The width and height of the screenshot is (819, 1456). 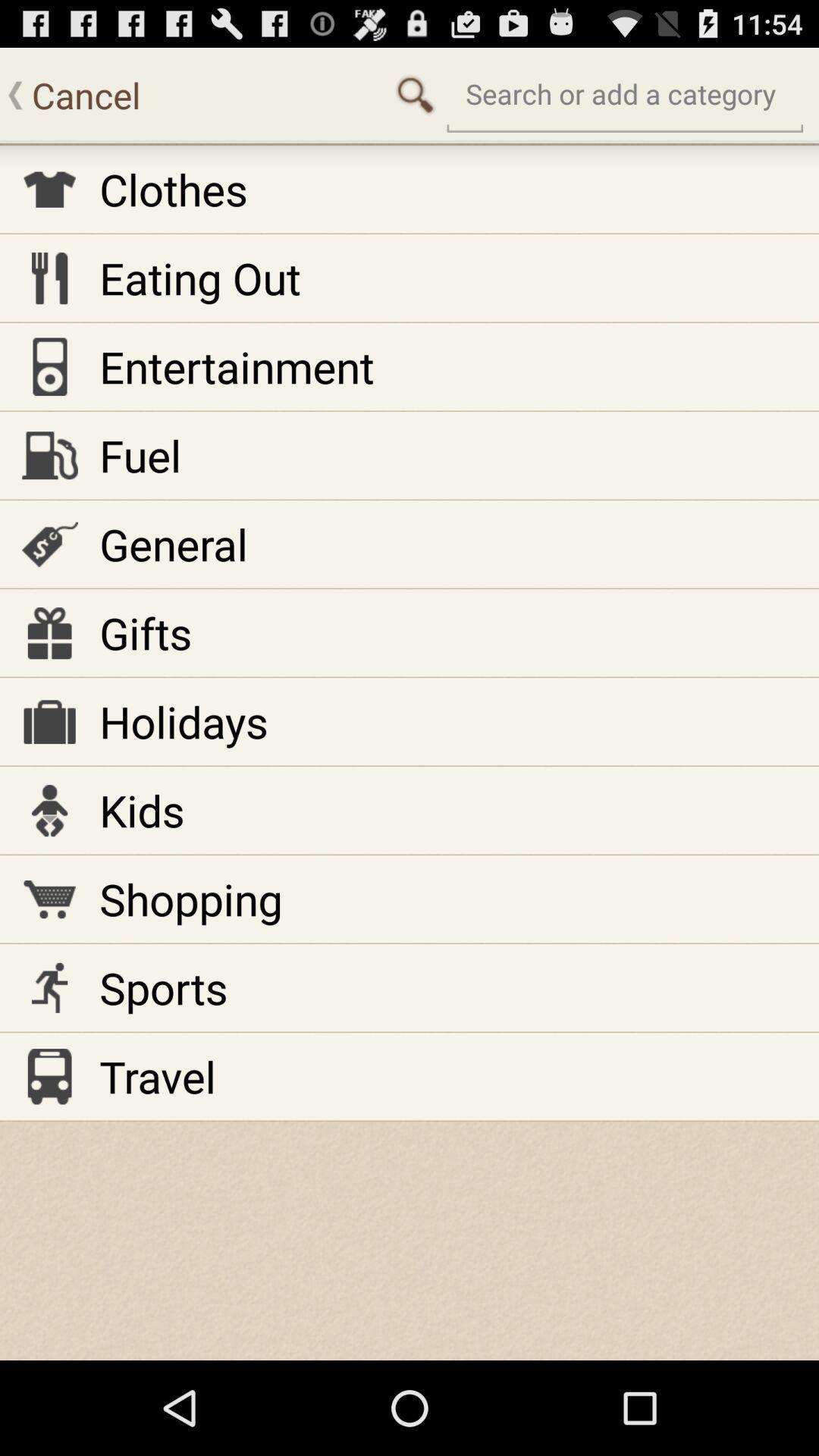 I want to click on the app above the shopping item, so click(x=142, y=809).